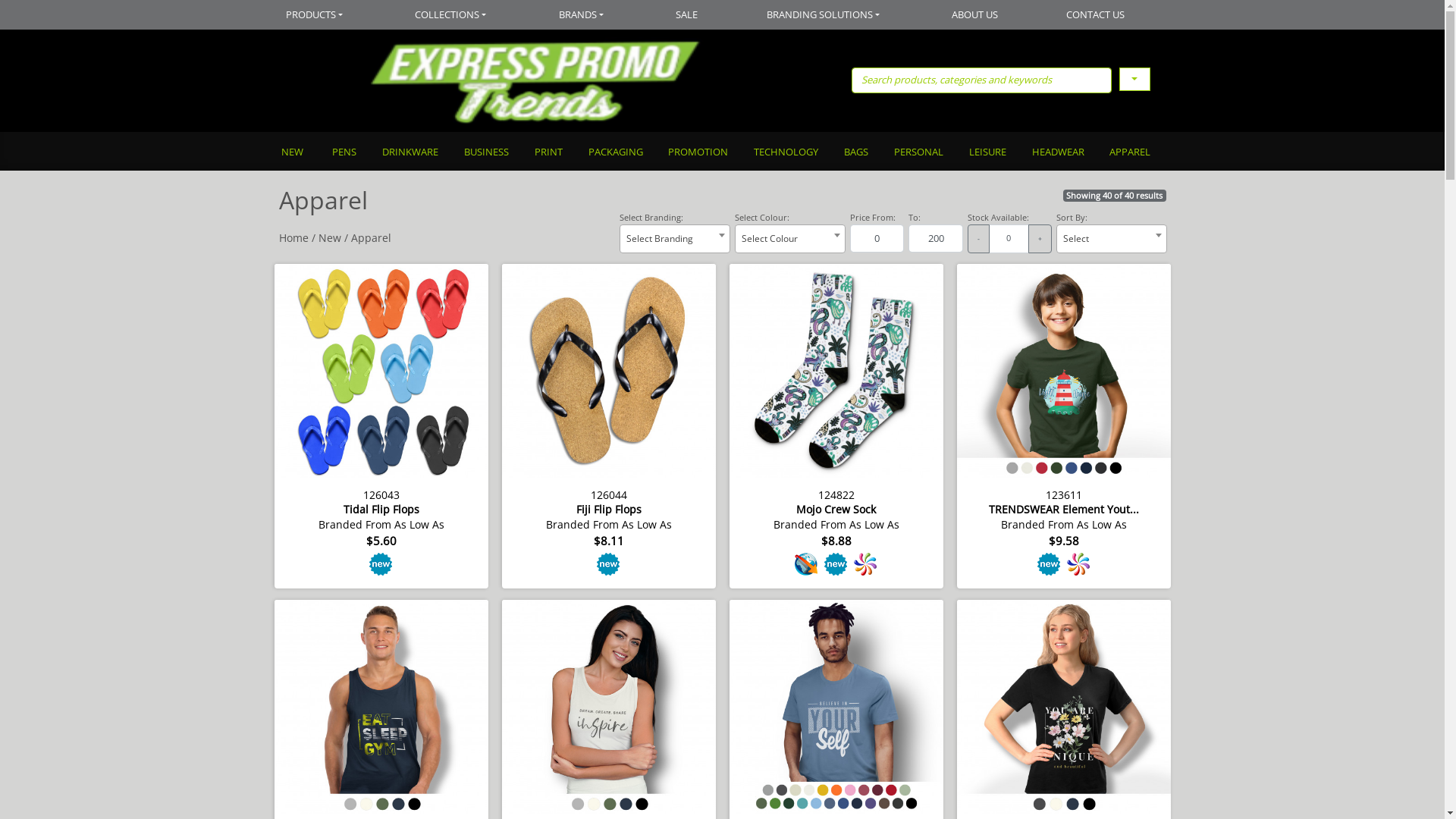 The height and width of the screenshot is (819, 1456). I want to click on 'NEW', so click(299, 152).